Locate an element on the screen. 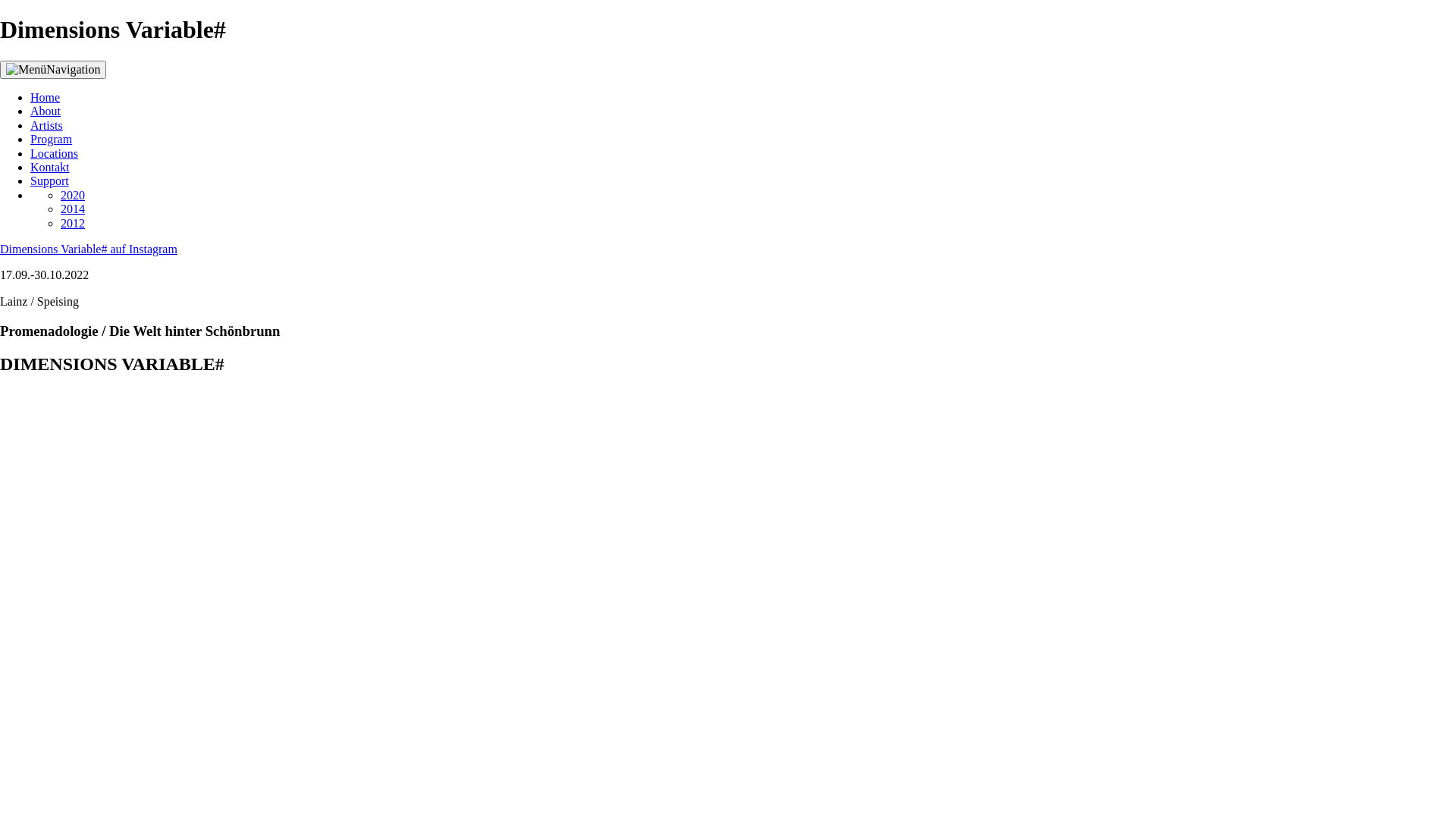 The width and height of the screenshot is (1456, 819). 'Artists' is located at coordinates (46, 124).